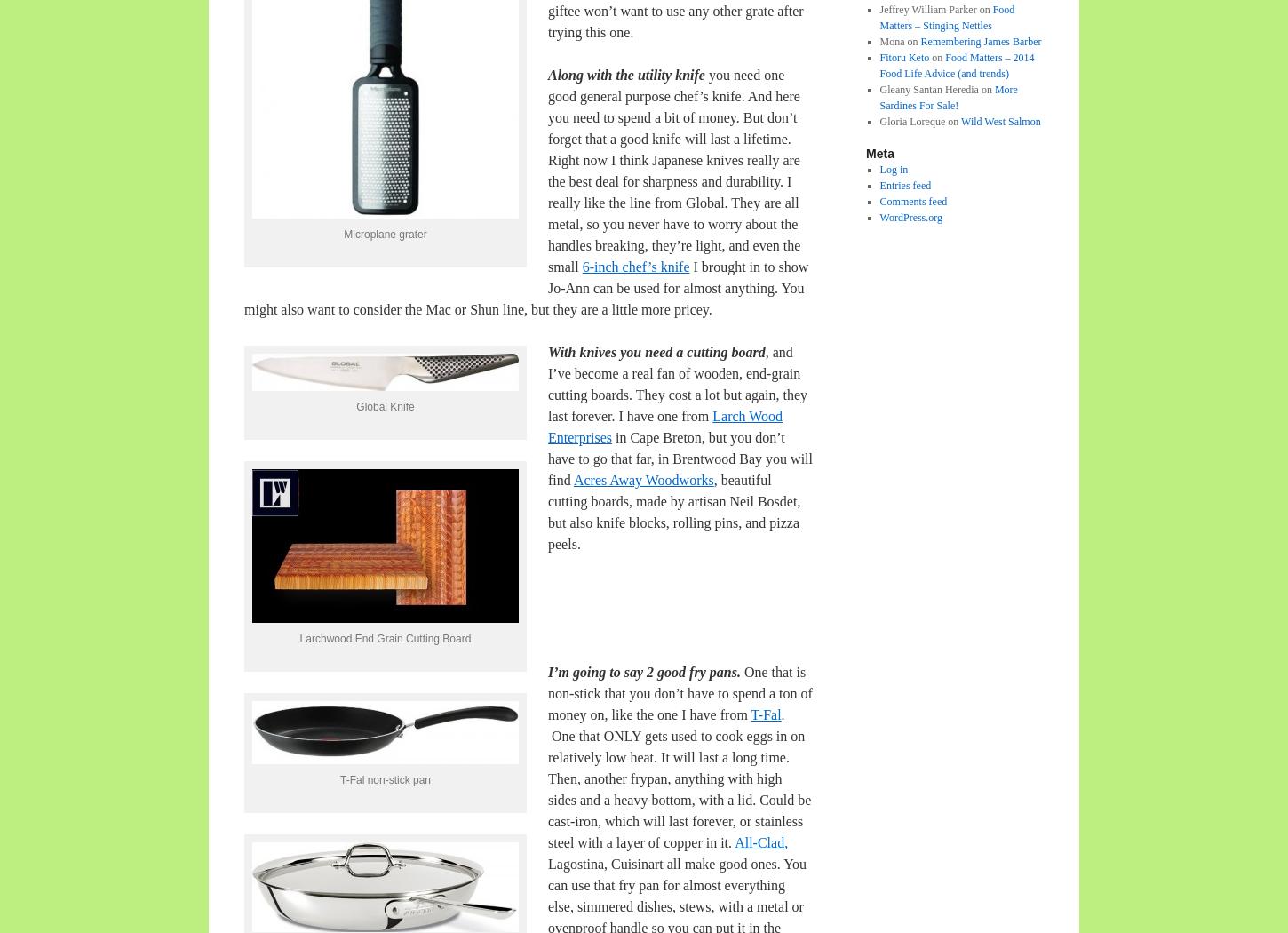  Describe the element at coordinates (980, 39) in the screenshot. I see `'Remembering James Barber'` at that location.